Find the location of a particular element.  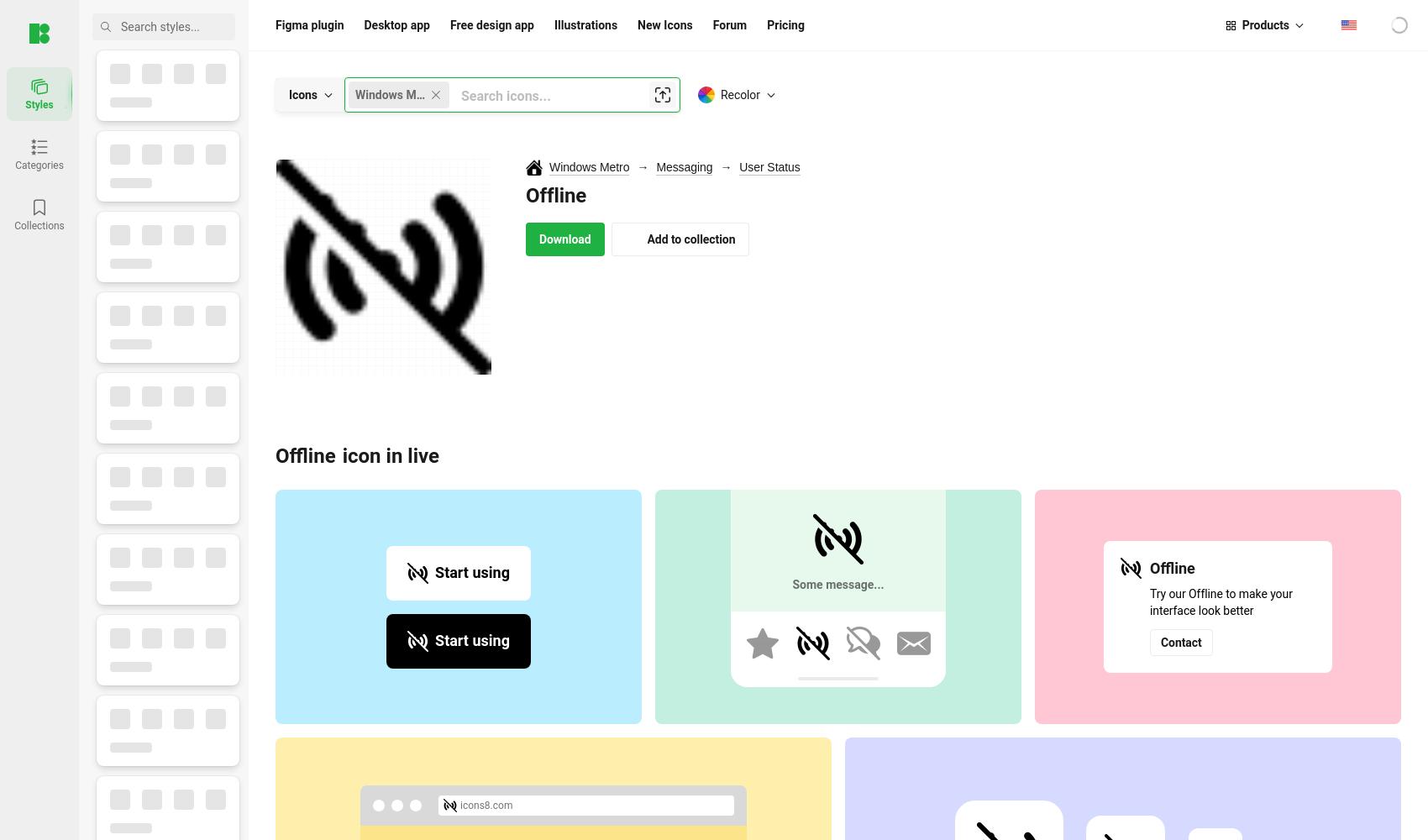

'Free design app' is located at coordinates (491, 25).